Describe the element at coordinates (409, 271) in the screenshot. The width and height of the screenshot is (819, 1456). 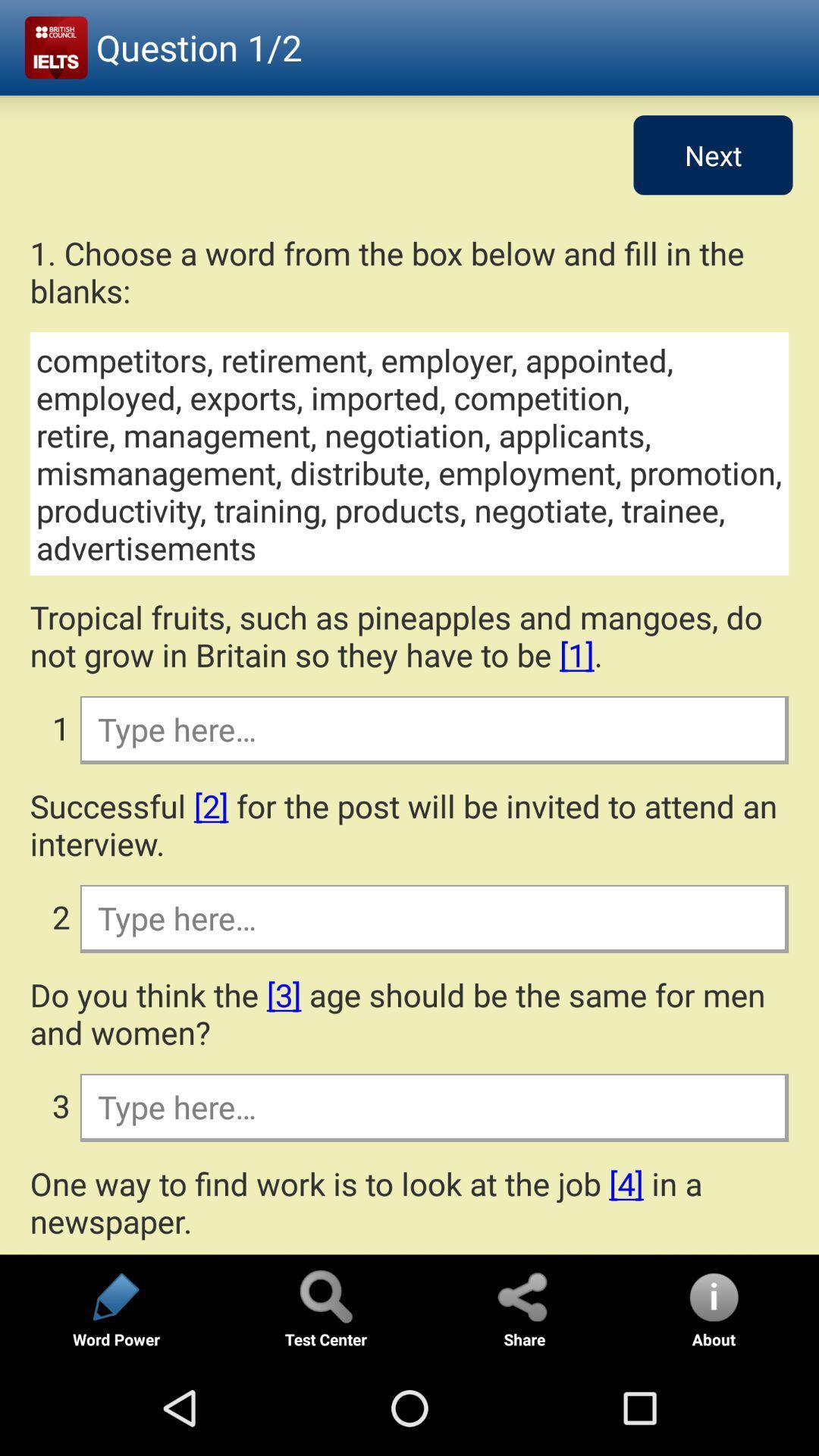
I see `1 choose a item` at that location.